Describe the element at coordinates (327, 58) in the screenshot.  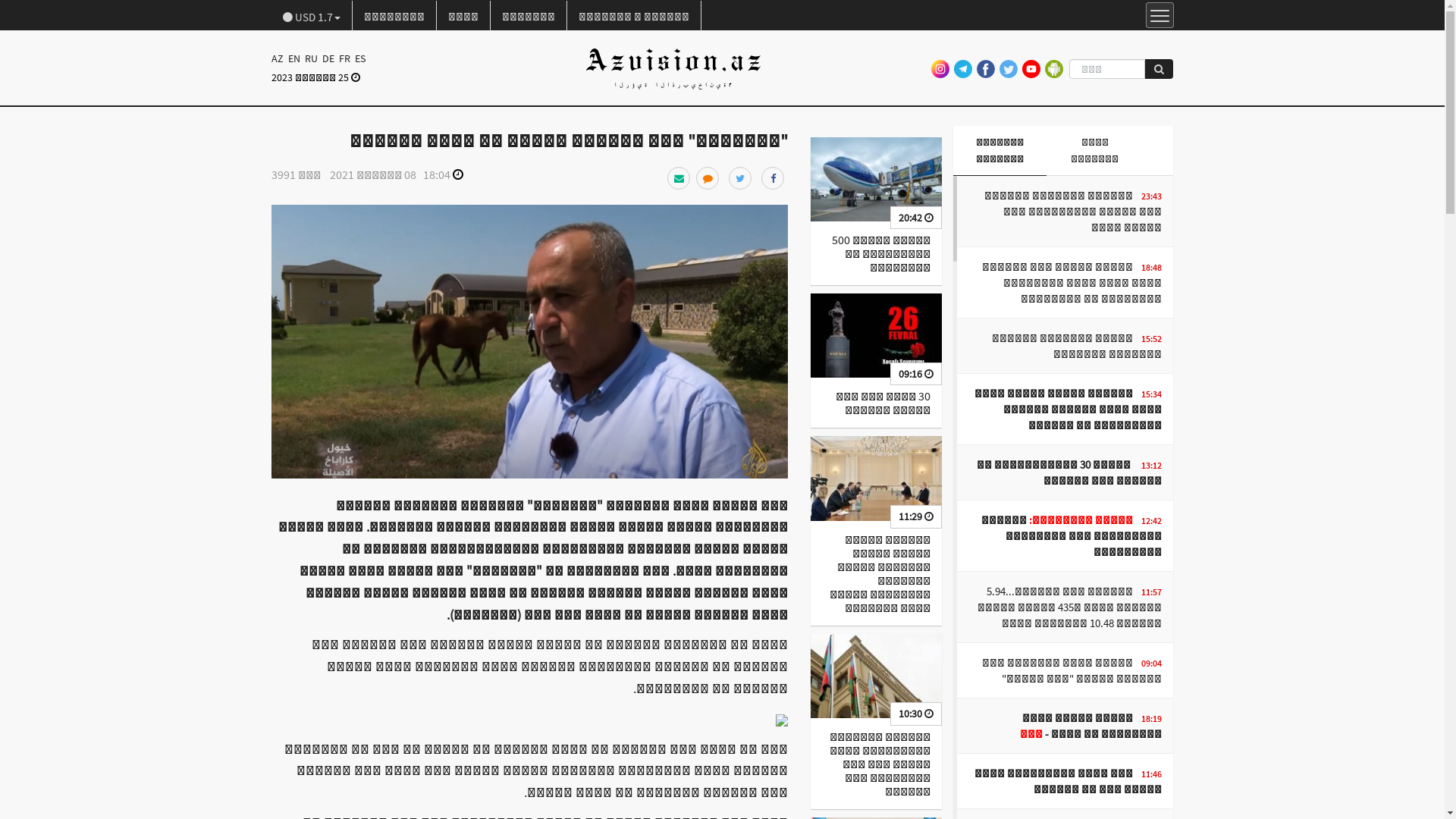
I see `'DE'` at that location.